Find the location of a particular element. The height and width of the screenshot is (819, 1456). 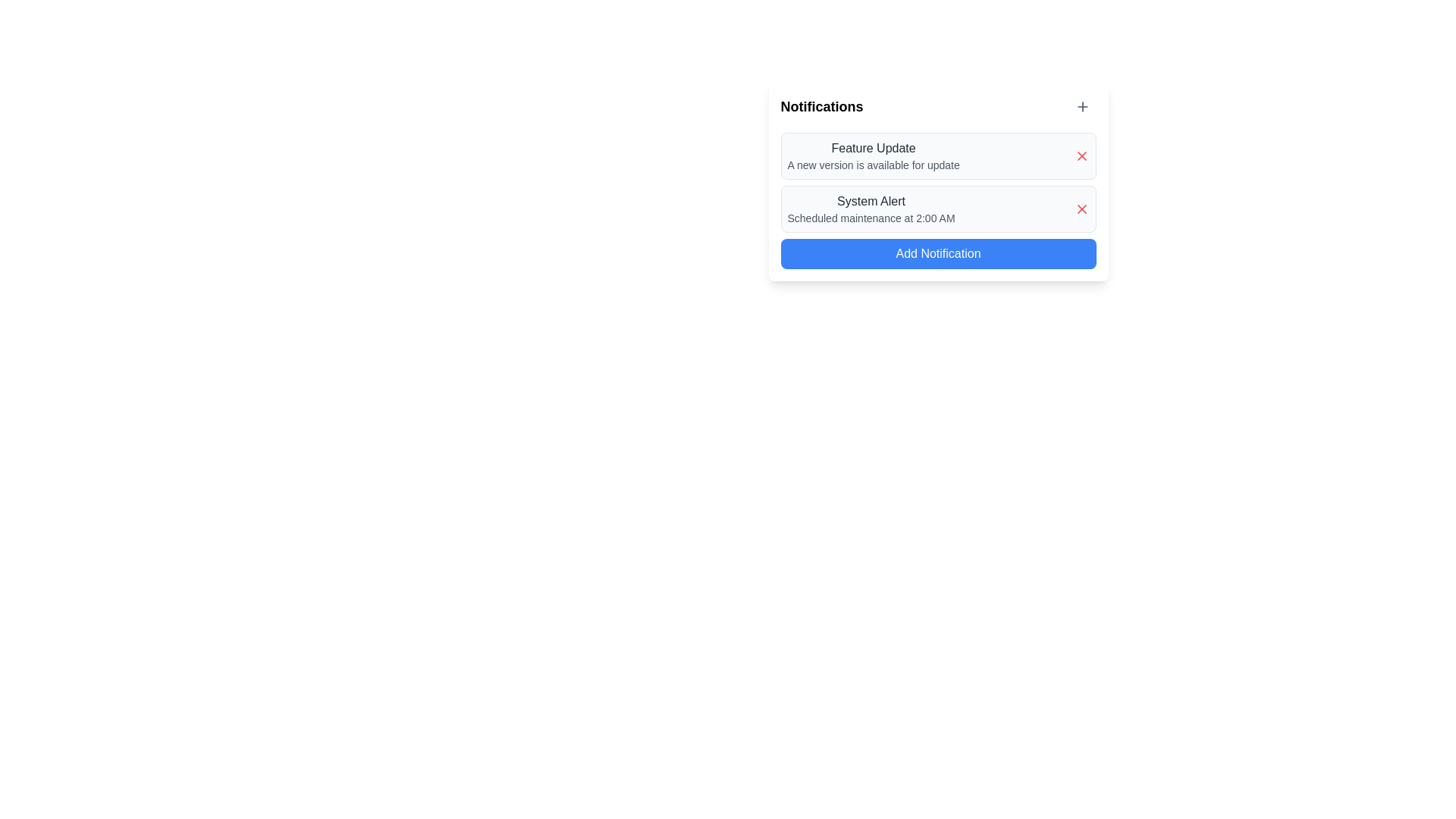

the text label displaying 'Scheduled maintenance at 2:00 AM' located below the 'System Alert' label in the Notifications card is located at coordinates (871, 218).